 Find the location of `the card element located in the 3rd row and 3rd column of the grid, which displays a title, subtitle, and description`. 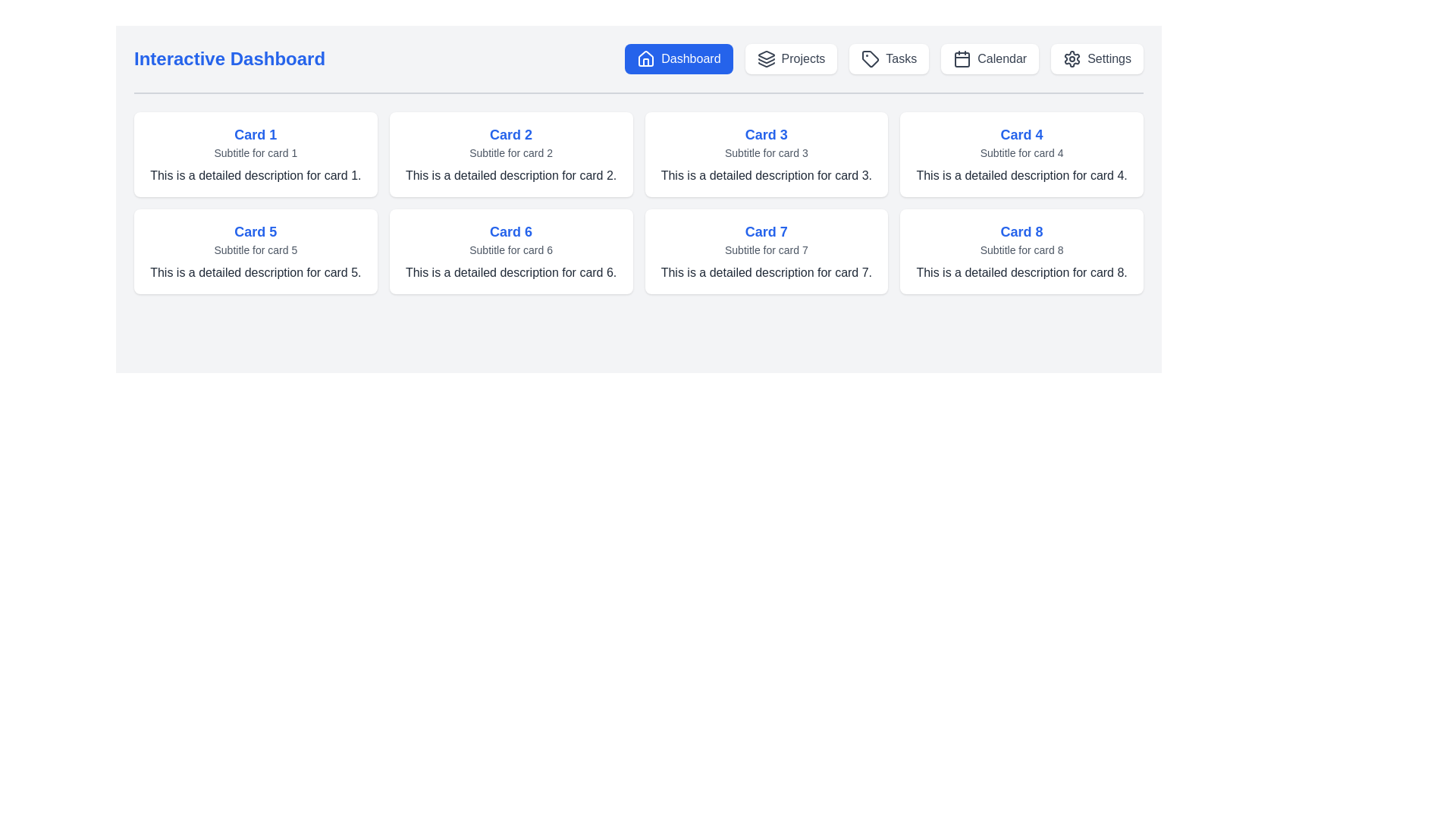

the card element located in the 3rd row and 3rd column of the grid, which displays a title, subtitle, and description is located at coordinates (766, 250).